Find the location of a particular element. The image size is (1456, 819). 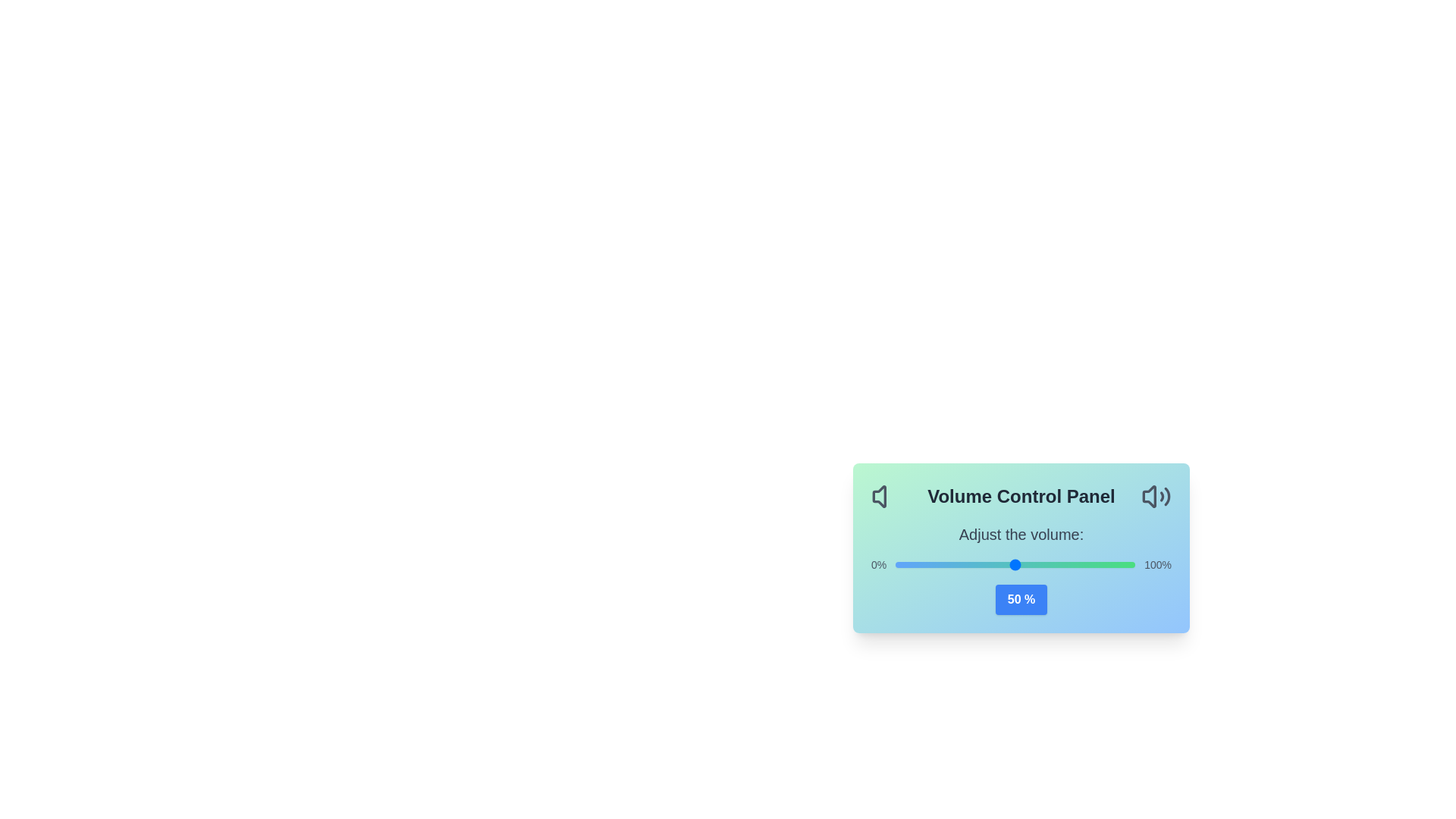

the left icon to reveal its tooltip is located at coordinates (886, 497).